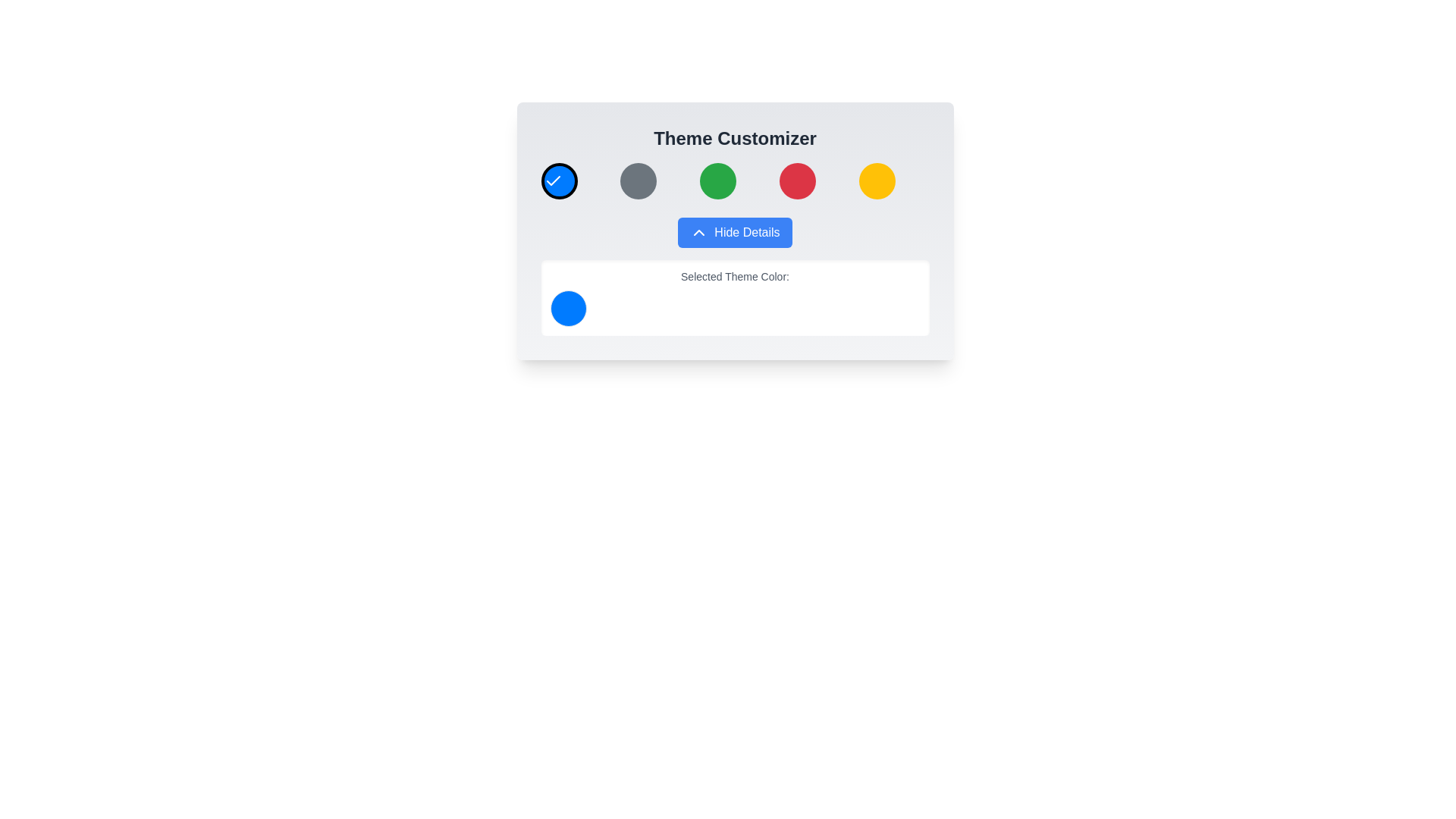 Image resolution: width=1456 pixels, height=819 pixels. I want to click on the informational box labeled 'Selected Theme Color:' which contains a blue circular graphic indicator, located towards the bottom of the 'Theme Customizer' section, so click(735, 298).